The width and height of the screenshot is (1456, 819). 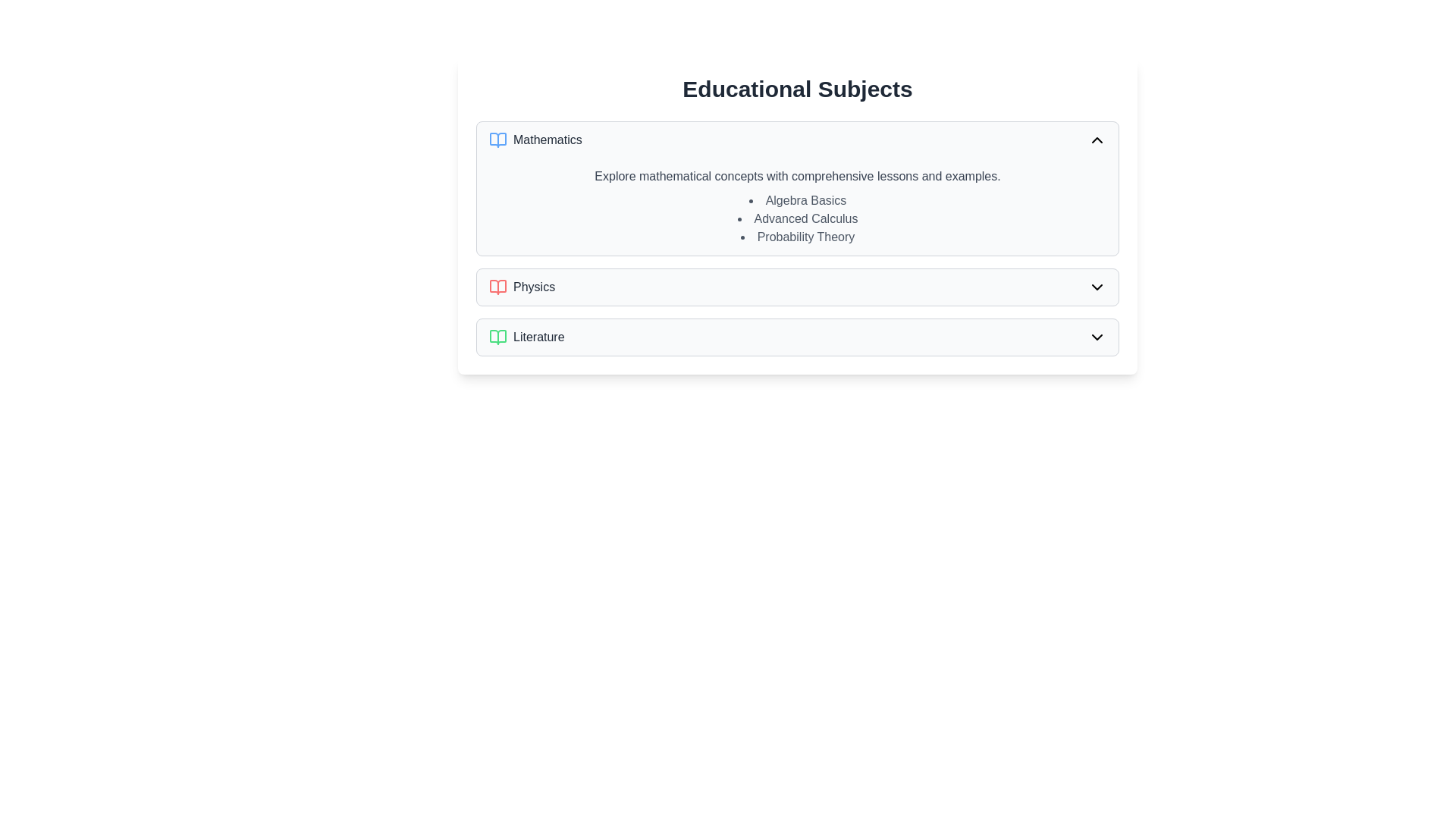 I want to click on the static text label reading 'Advanced Calculus', which is the second item in a bulleted list under the 'Mathematics' section, so click(x=796, y=219).